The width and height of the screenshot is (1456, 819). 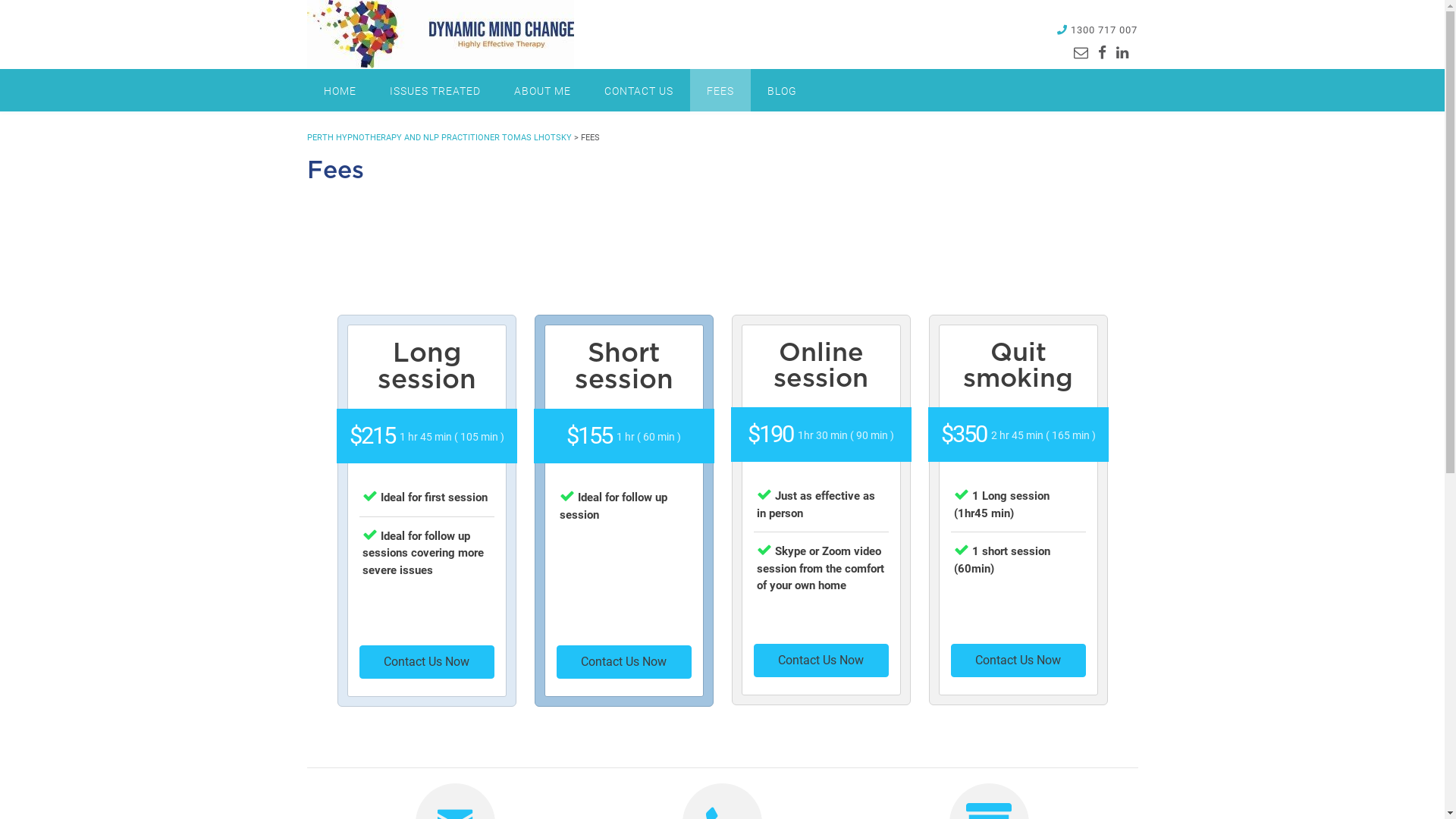 I want to click on 'Send us an email', so click(x=1073, y=52).